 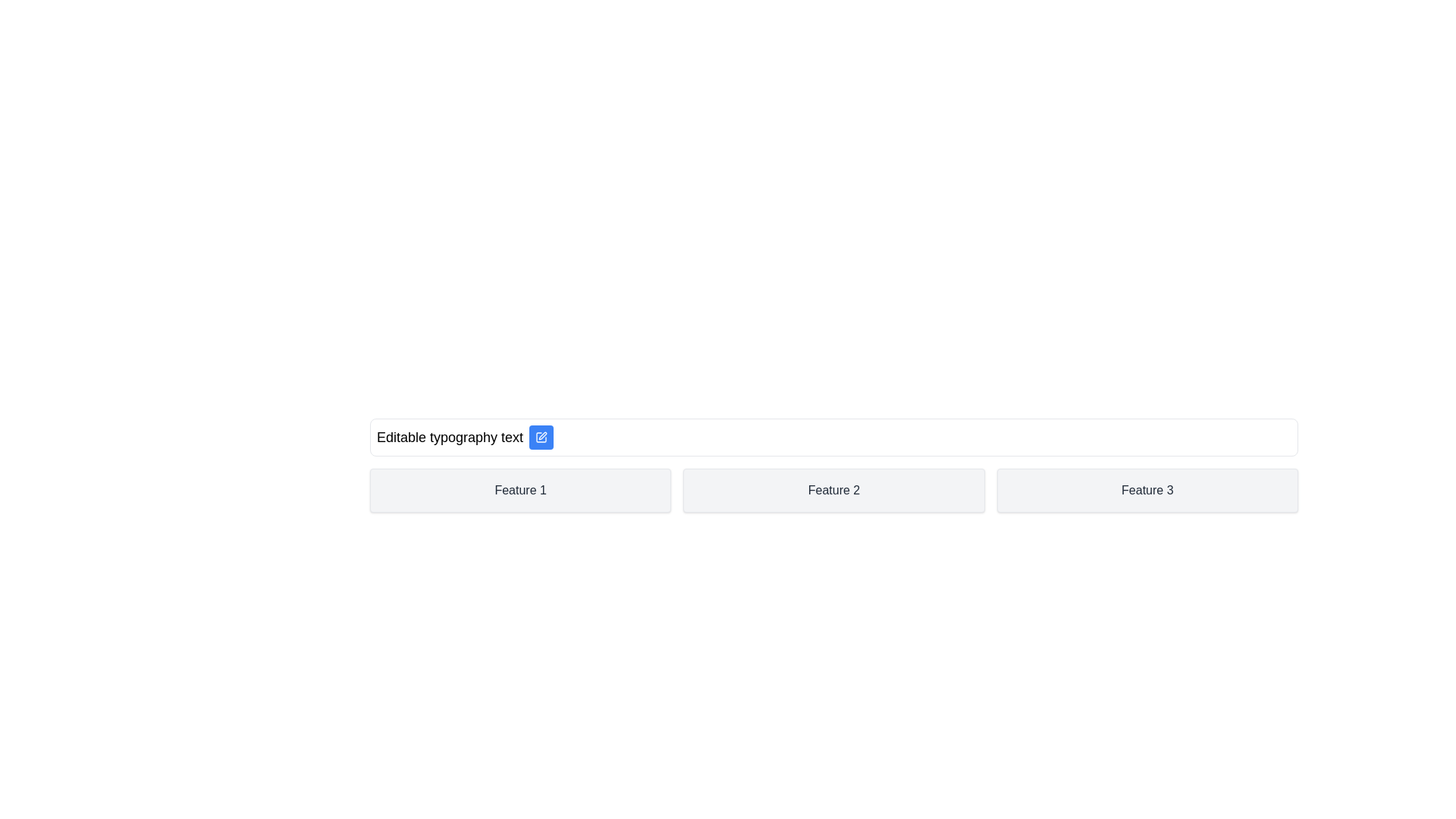 What do you see at coordinates (541, 438) in the screenshot?
I see `the rounded square icon with a pen symbol inside, which has a blue background and is located` at bounding box center [541, 438].